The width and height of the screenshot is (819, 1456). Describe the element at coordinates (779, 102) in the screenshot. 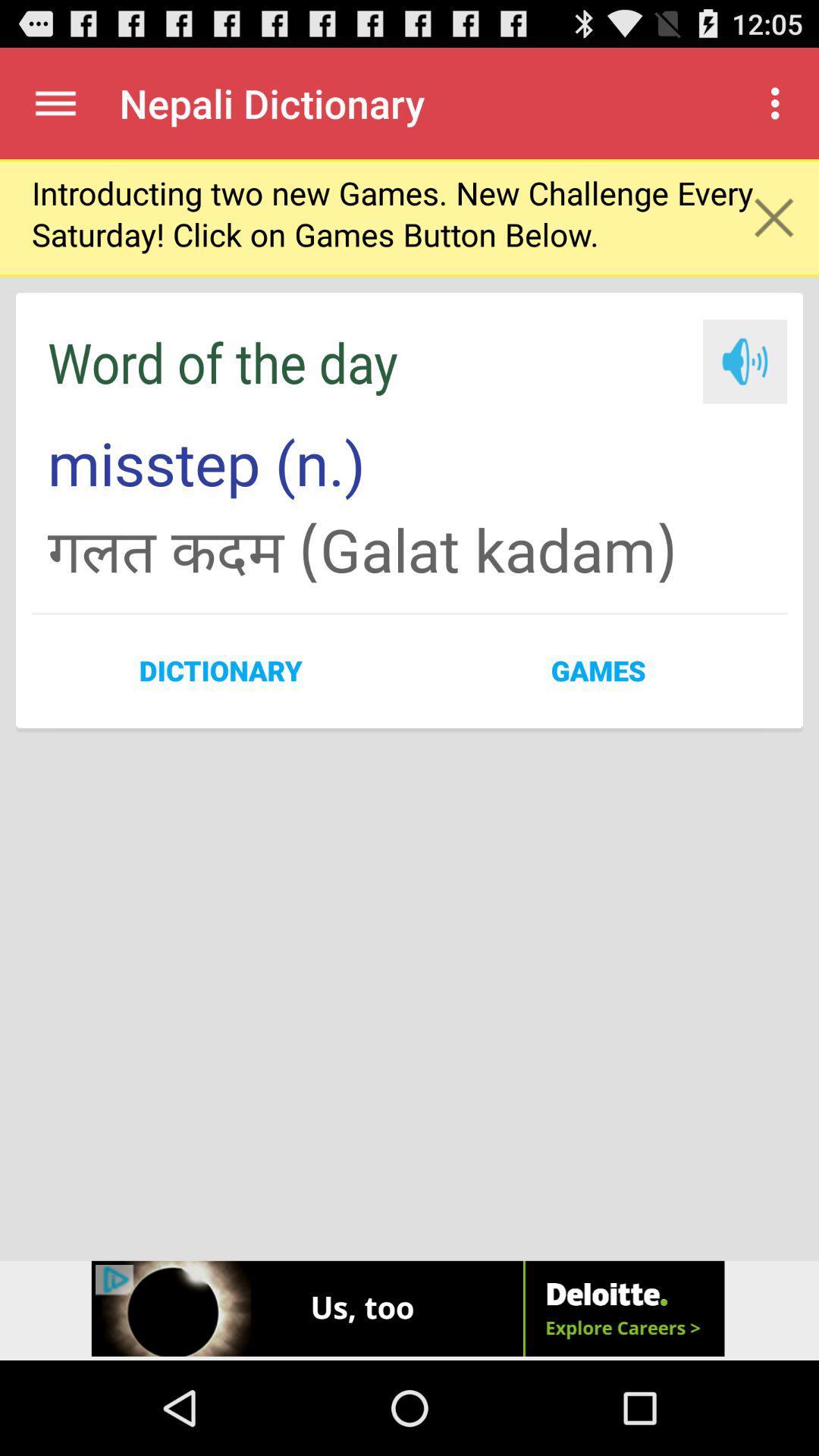

I see `the app next to the nepali dictionary app` at that location.